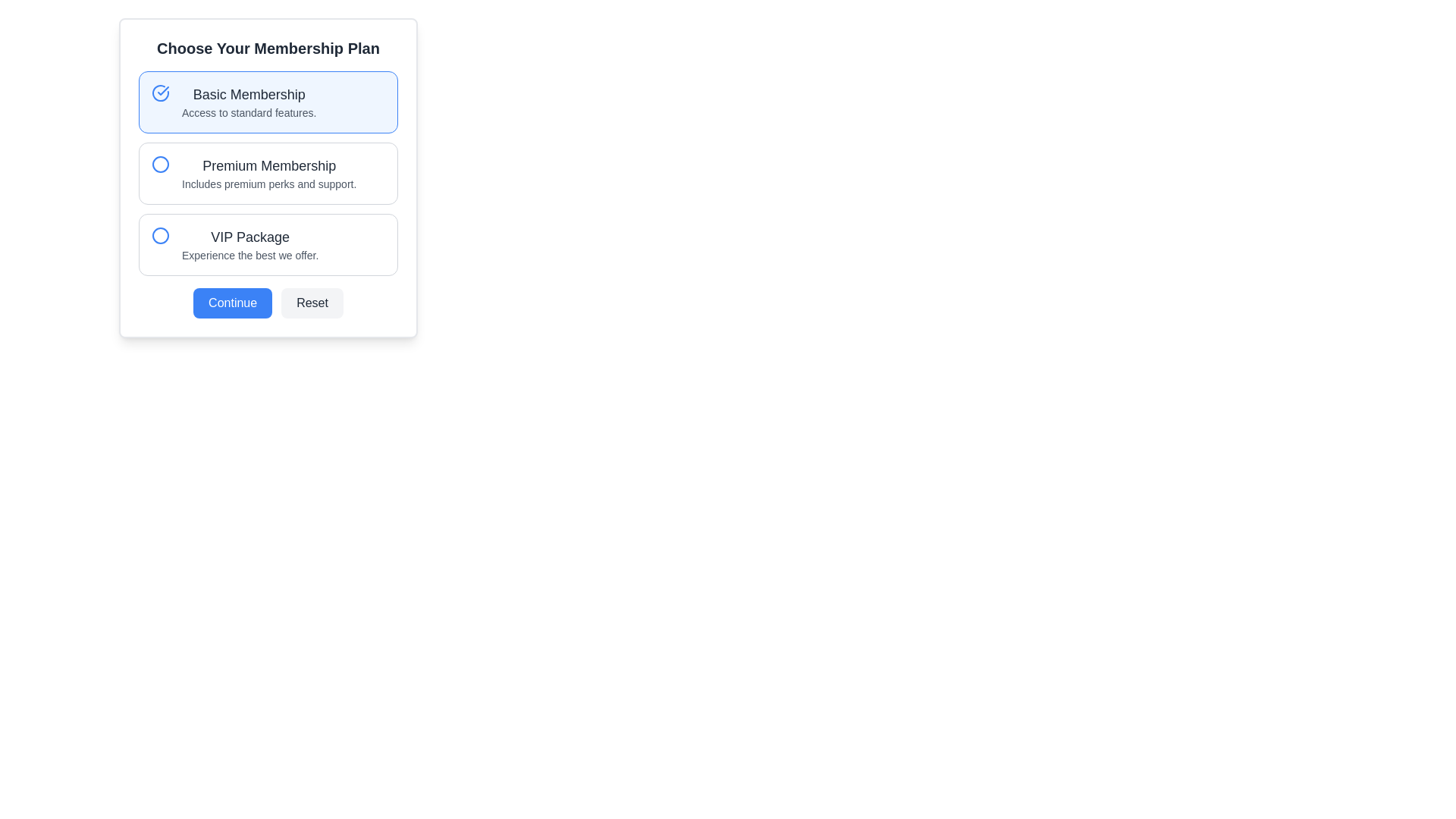 This screenshot has height=819, width=1456. Describe the element at coordinates (269, 166) in the screenshot. I see `the Text Label that serves as a title for the Premium Membership option, located at the center-left of the membership selection area` at that location.